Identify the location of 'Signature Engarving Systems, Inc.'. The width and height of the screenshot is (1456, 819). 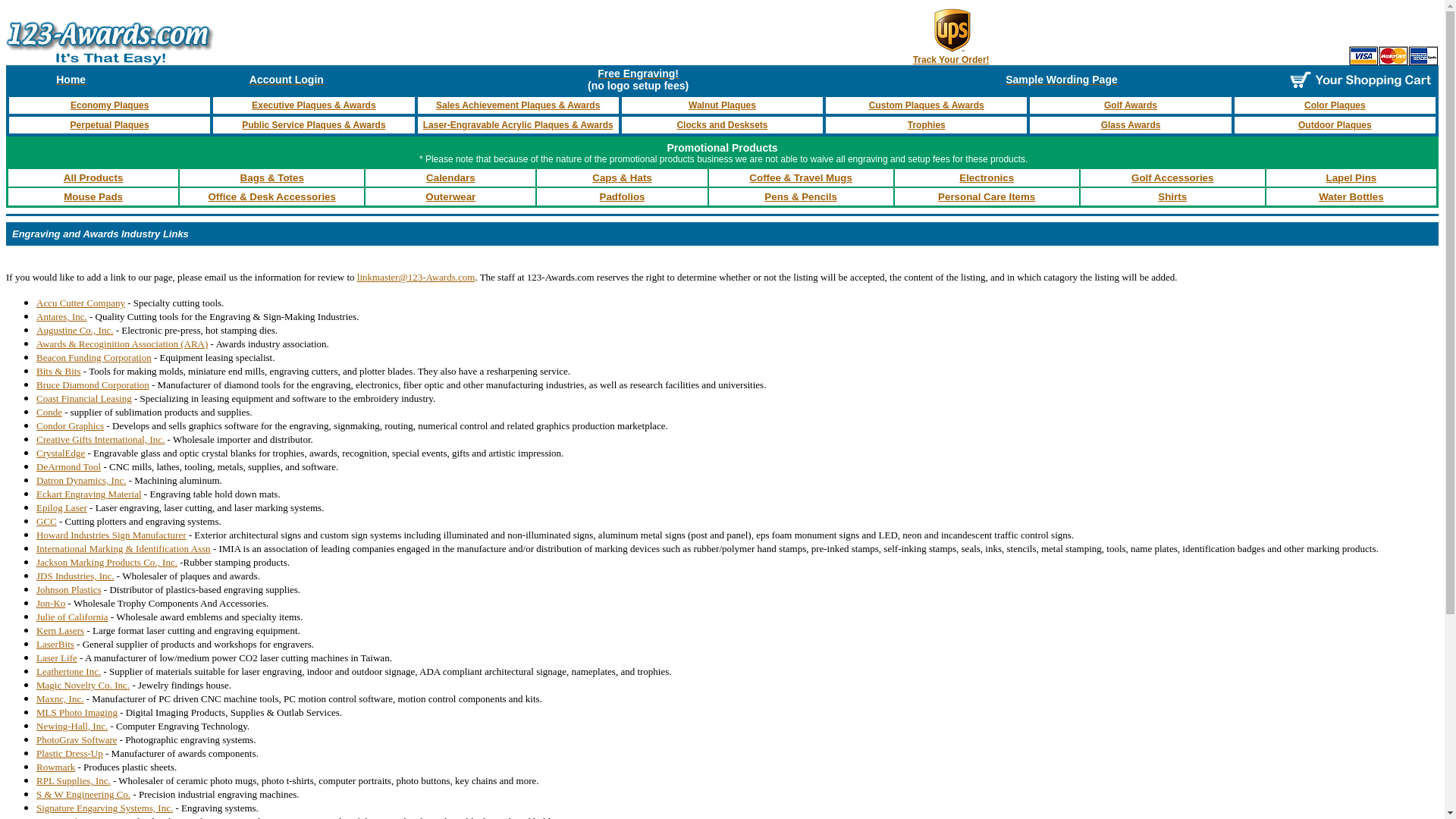
(104, 807).